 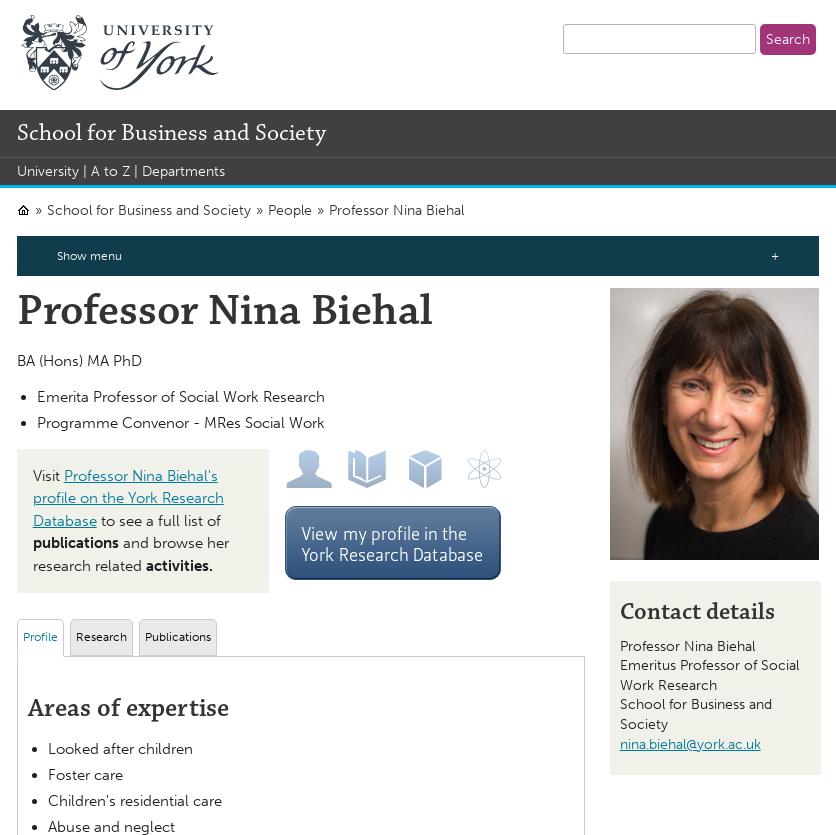 What do you see at coordinates (143, 564) in the screenshot?
I see `'activities.'` at bounding box center [143, 564].